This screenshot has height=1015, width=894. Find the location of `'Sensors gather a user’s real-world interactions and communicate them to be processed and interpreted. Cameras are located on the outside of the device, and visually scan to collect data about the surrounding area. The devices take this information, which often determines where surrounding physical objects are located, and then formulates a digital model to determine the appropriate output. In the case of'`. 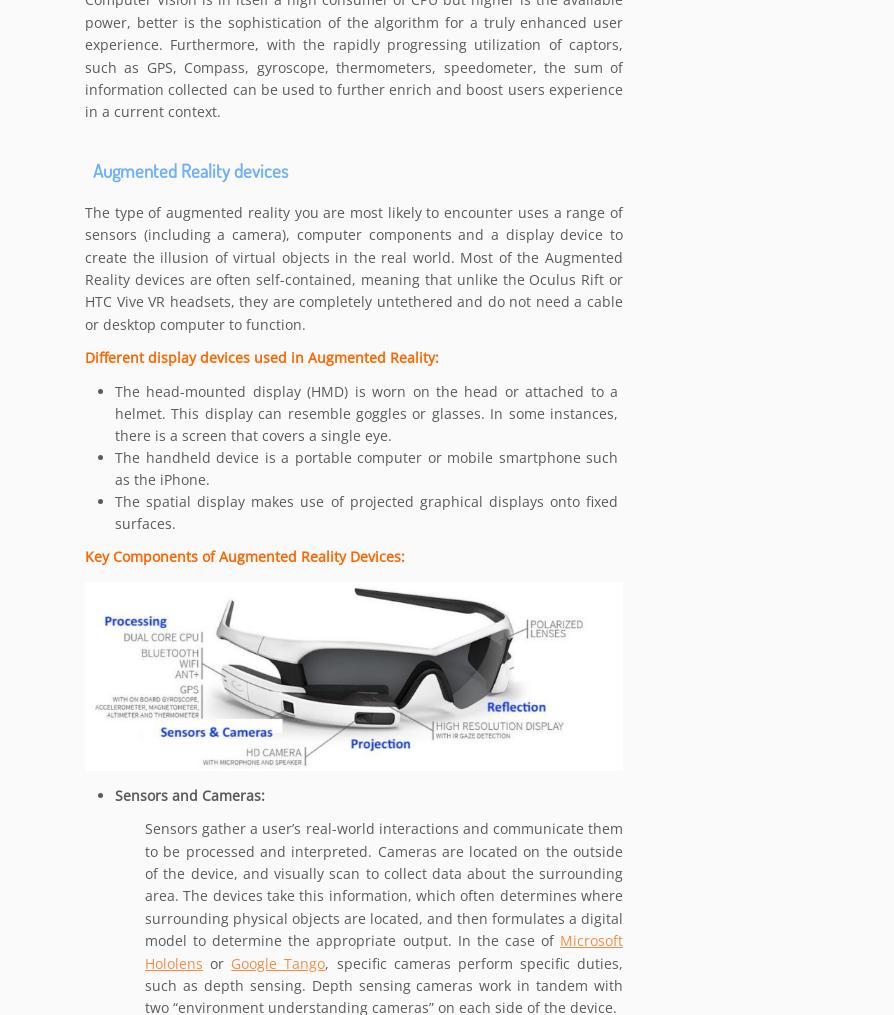

'Sensors gather a user’s real-world interactions and communicate them to be processed and interpreted. Cameras are located on the outside of the device, and visually scan to collect data about the surrounding area. The devices take this information, which often determines where surrounding physical objects are located, and then formulates a digital model to determine the appropriate output. In the case of' is located at coordinates (145, 884).